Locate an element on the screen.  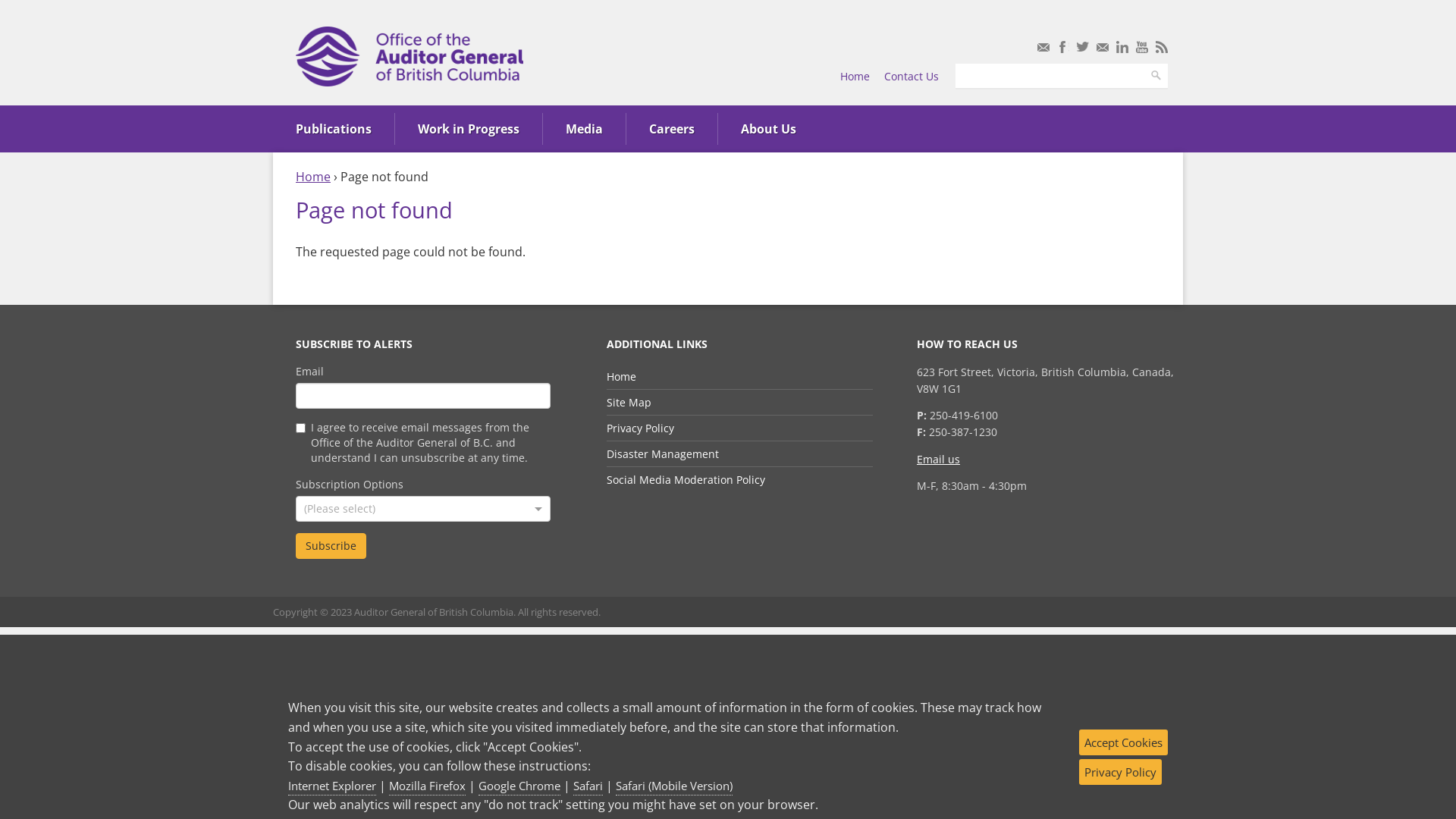
'Follow us on Twitter' is located at coordinates (1082, 45).